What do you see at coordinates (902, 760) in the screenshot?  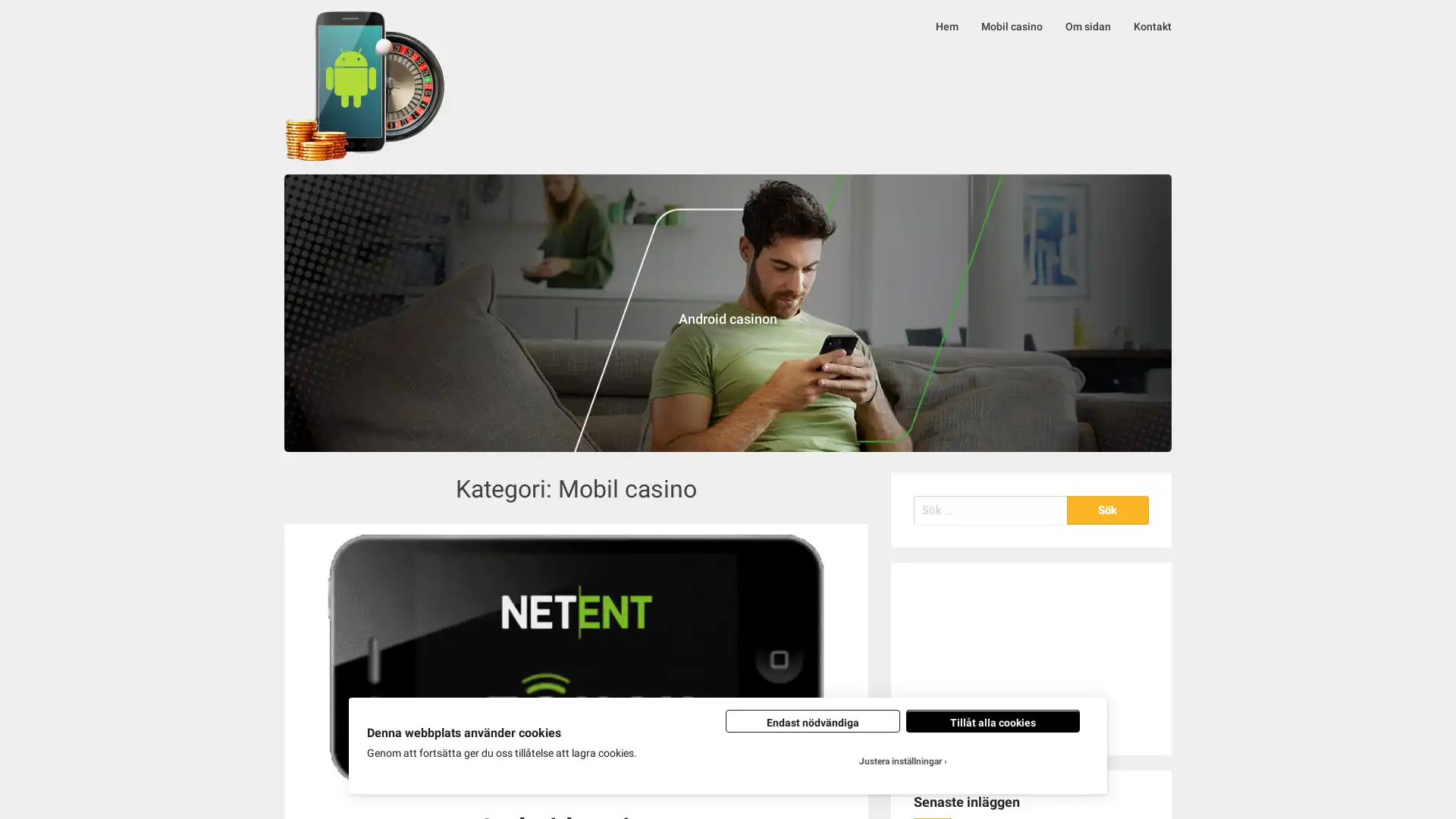 I see `Justera installningar` at bounding box center [902, 760].